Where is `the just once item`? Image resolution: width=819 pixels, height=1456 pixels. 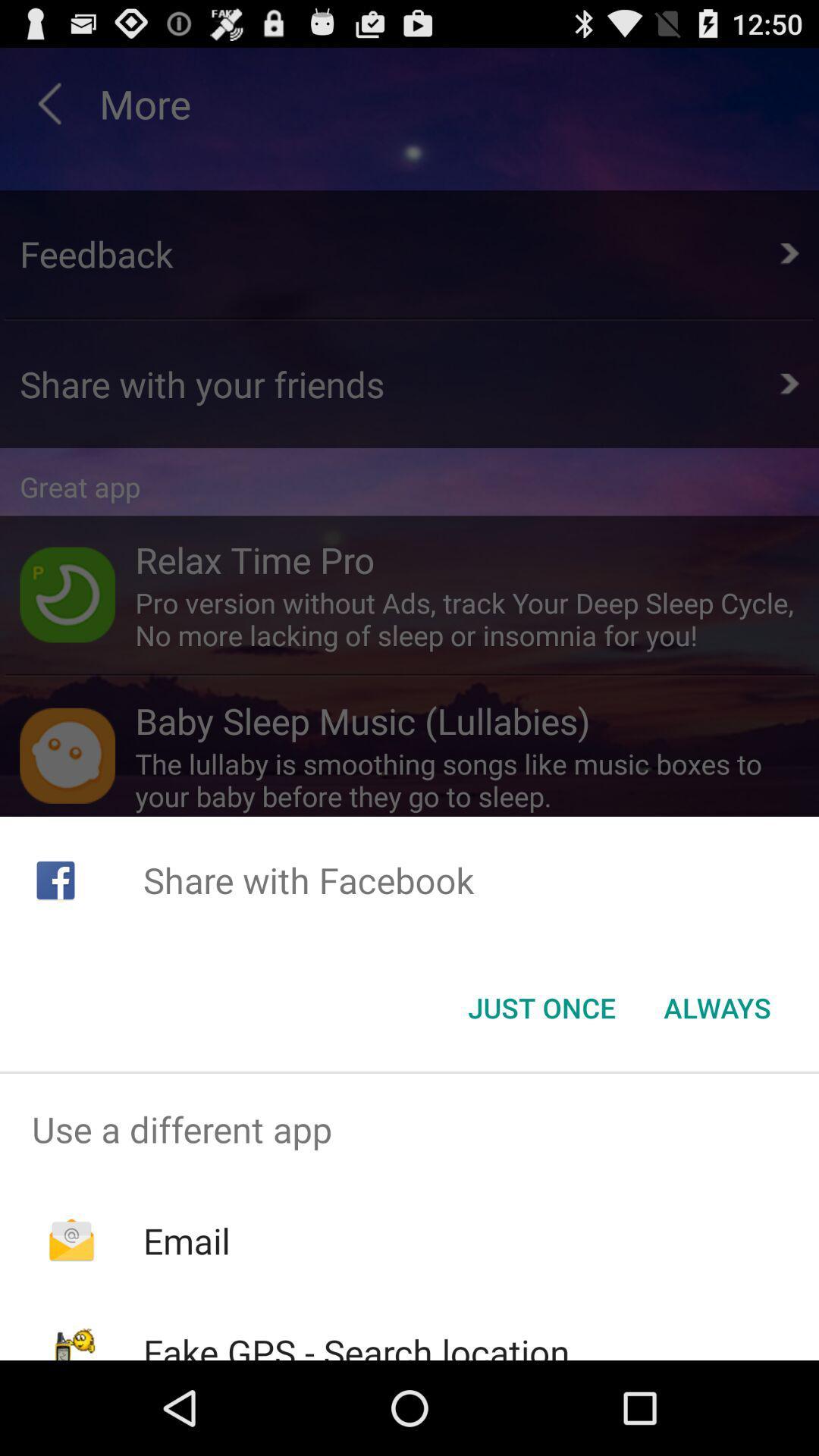
the just once item is located at coordinates (541, 1008).